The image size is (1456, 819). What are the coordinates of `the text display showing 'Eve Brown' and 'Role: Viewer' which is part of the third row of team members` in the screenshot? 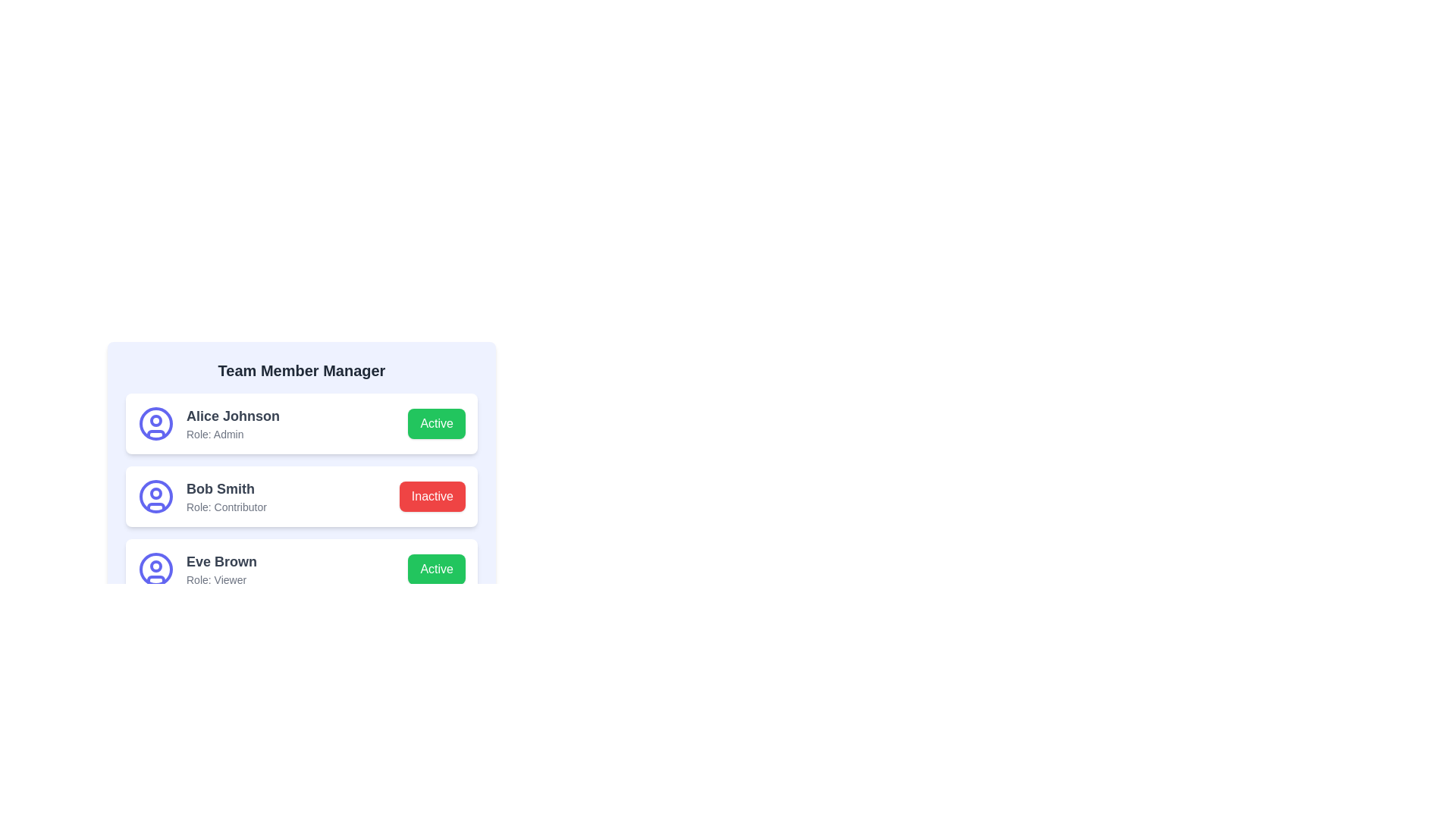 It's located at (221, 570).